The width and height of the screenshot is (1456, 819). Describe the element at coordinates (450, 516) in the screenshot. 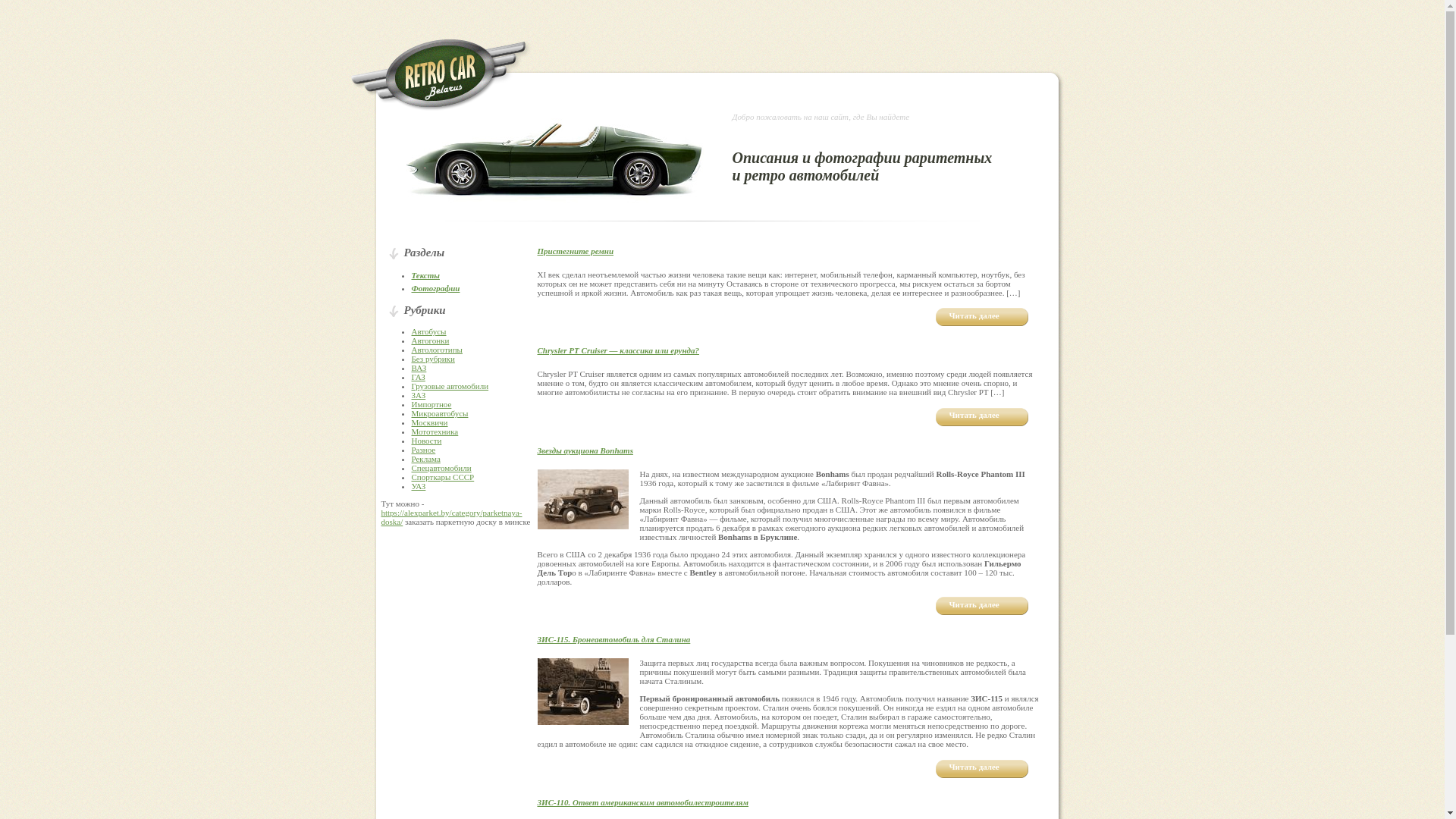

I see `'https://alexparket.by/category/parketnaya-doska/'` at that location.